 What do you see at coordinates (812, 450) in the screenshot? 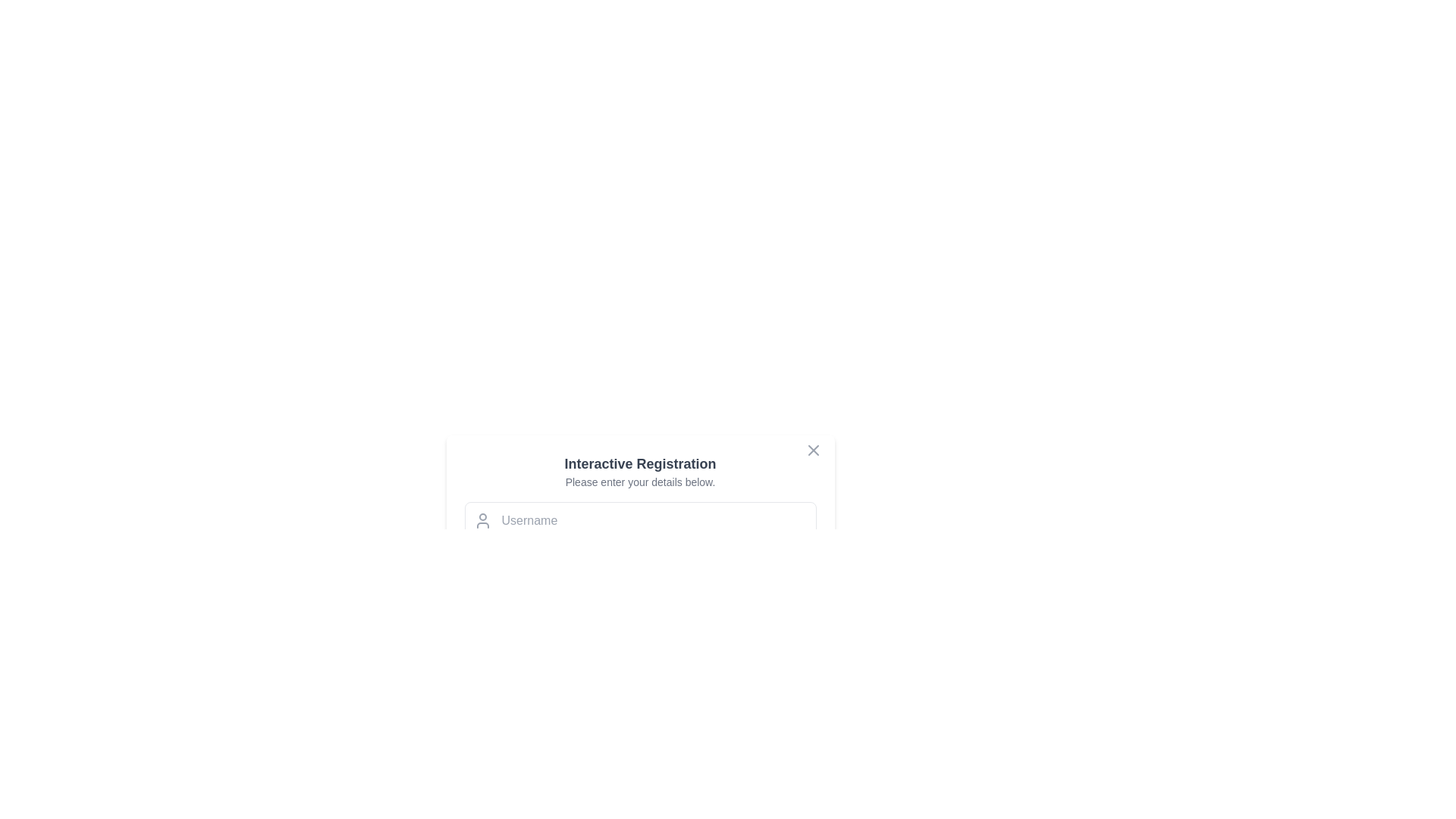
I see `the 'X' shaped close icon located in the top-right corner of the 'Interactive Registration' dialog box` at bounding box center [812, 450].